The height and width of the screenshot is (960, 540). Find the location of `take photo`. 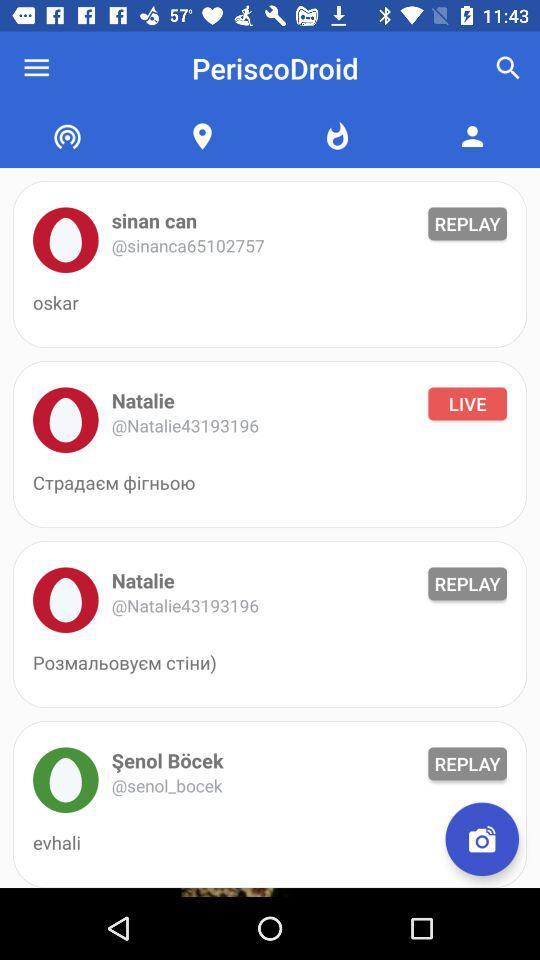

take photo is located at coordinates (481, 839).